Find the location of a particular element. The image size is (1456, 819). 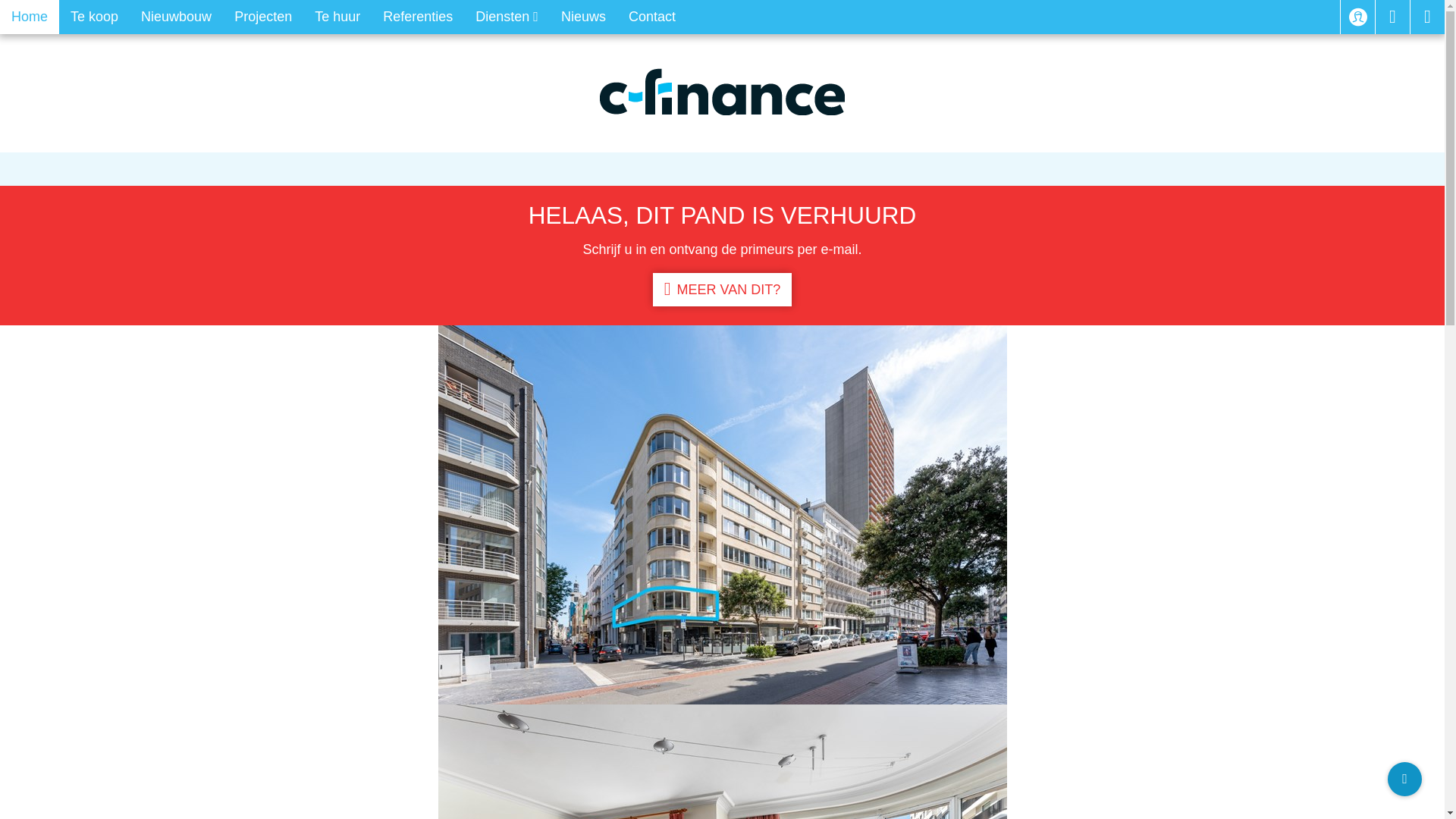

'Go to top' is located at coordinates (1387, 779).